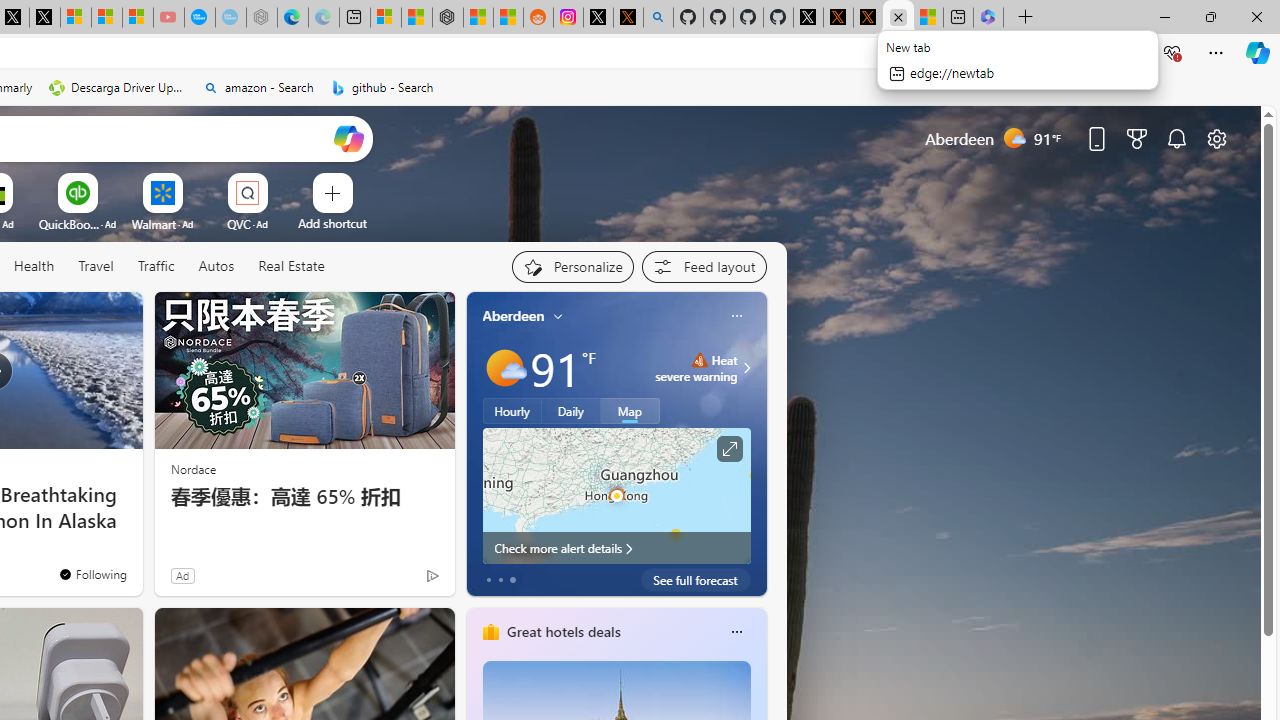 The height and width of the screenshot is (720, 1280). What do you see at coordinates (988, 17) in the screenshot?
I see `'Login | Microsoft 365'` at bounding box center [988, 17].